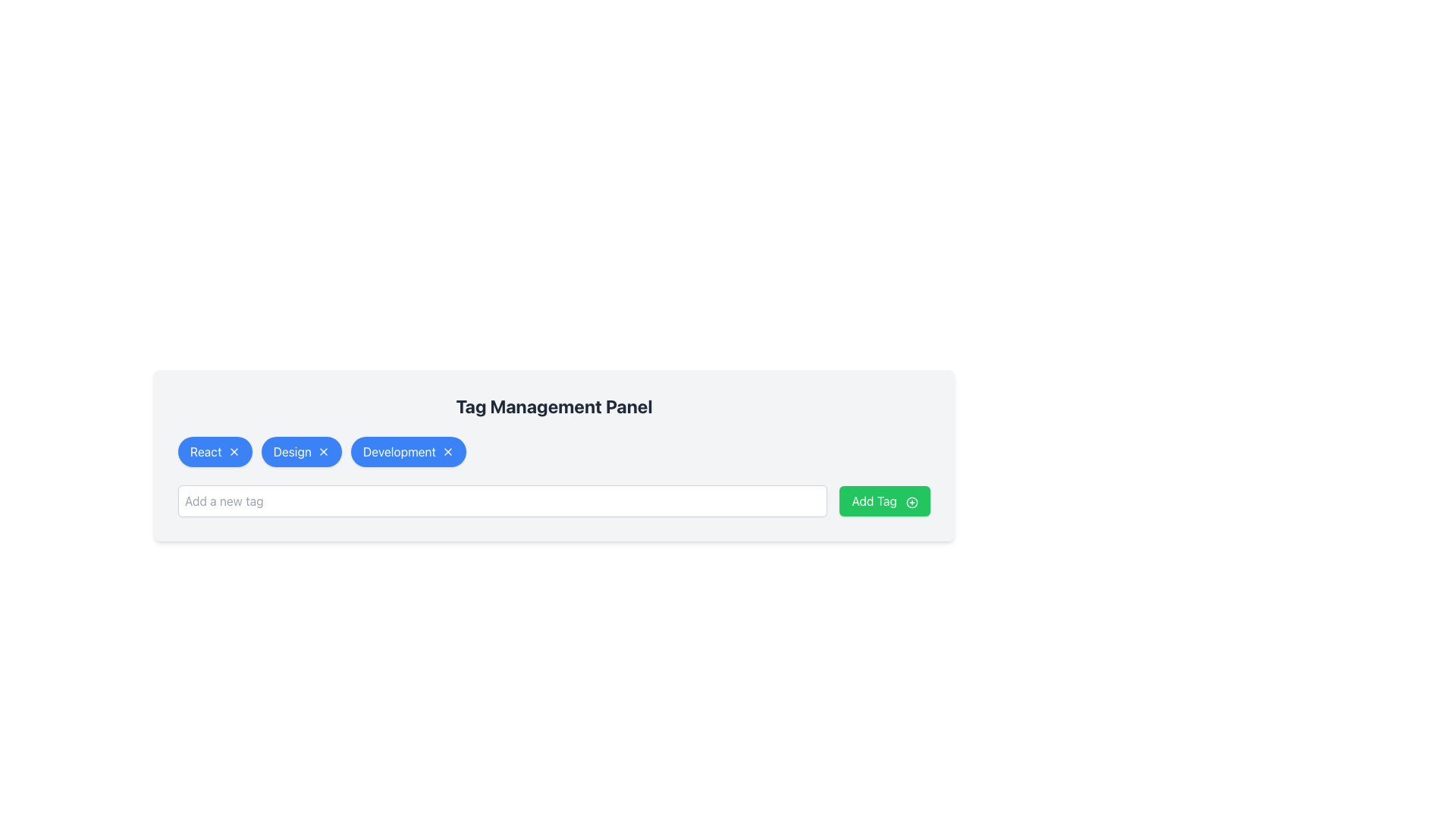 This screenshot has width=1456, height=819. Describe the element at coordinates (912, 502) in the screenshot. I see `the circular Graphical Icon Component located at the center of the 'Add Tag' button's icon area` at that location.